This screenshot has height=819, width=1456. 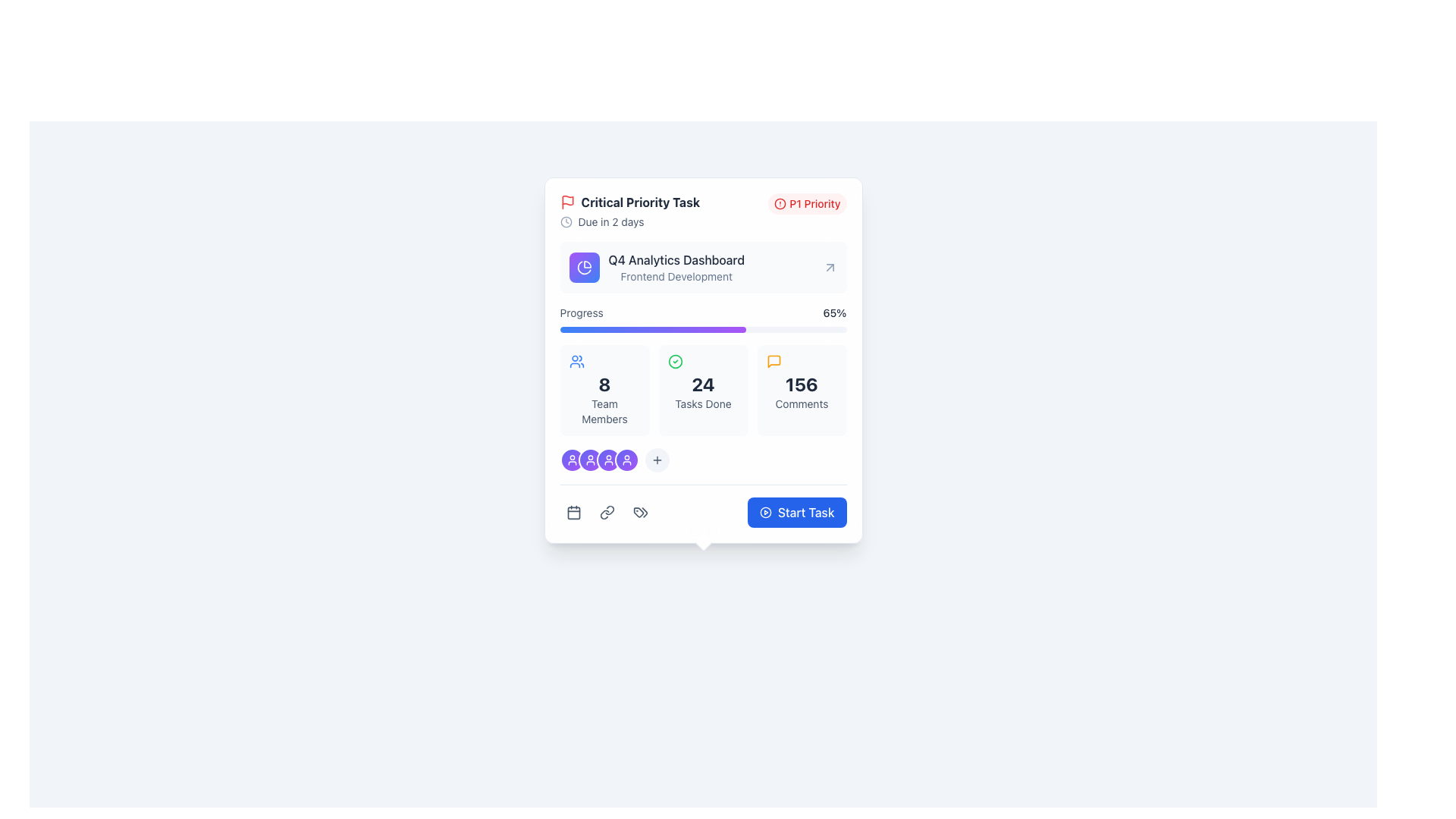 What do you see at coordinates (765, 512) in the screenshot?
I see `the circular SVG graphic component which signifies an interactive or decorative purpose within the user interface` at bounding box center [765, 512].